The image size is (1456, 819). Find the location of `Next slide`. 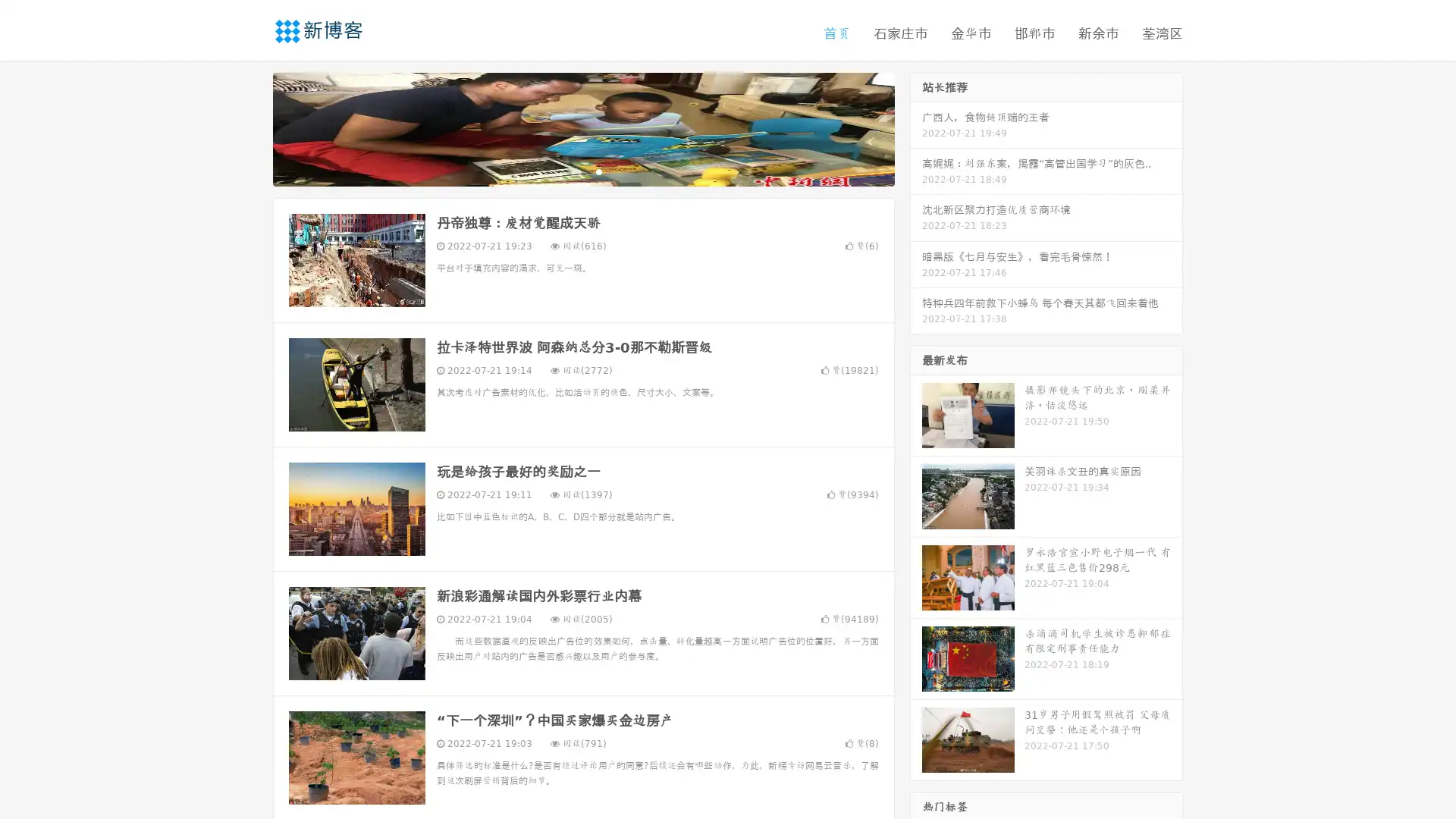

Next slide is located at coordinates (916, 127).